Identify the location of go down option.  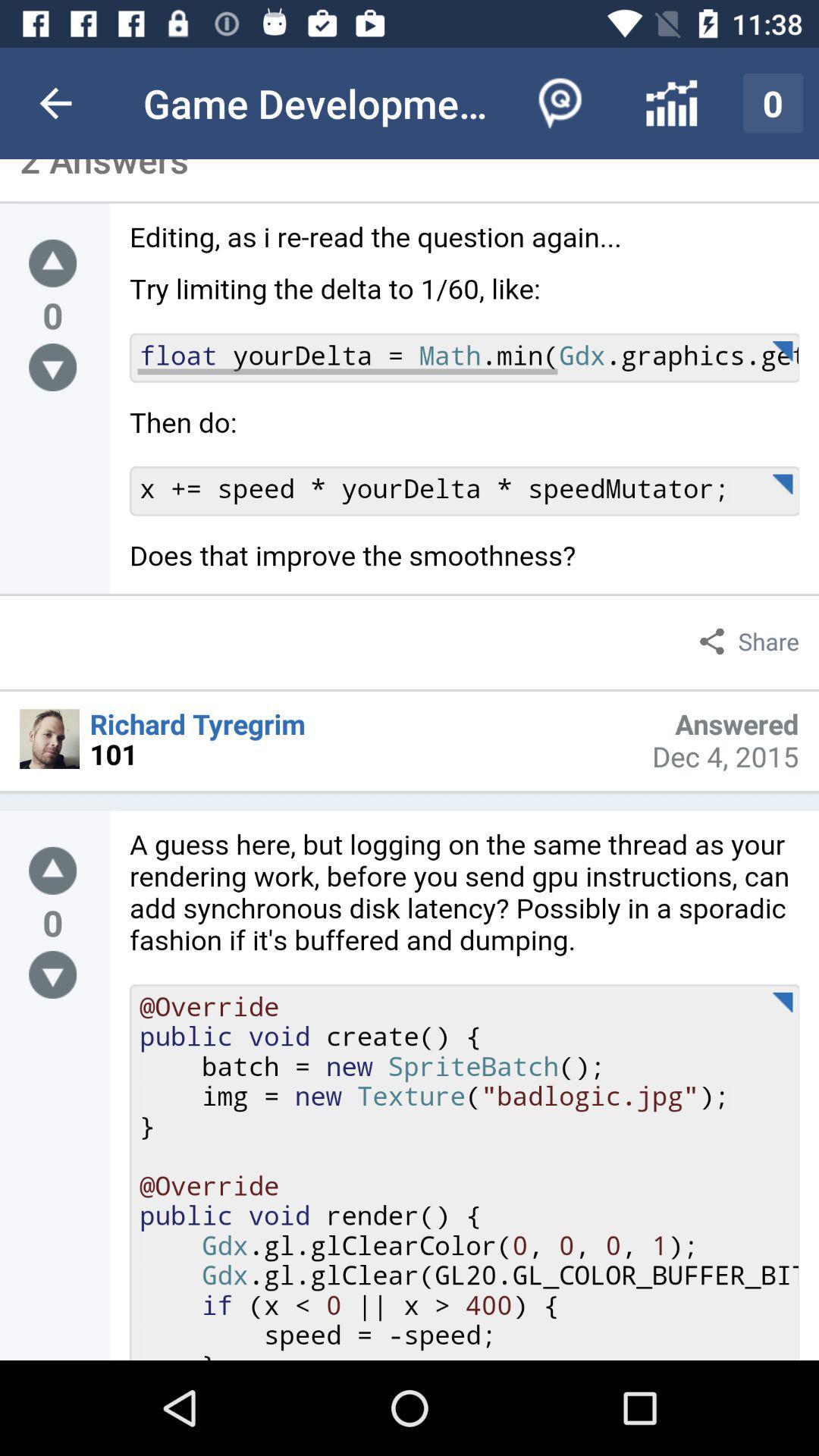
(52, 974).